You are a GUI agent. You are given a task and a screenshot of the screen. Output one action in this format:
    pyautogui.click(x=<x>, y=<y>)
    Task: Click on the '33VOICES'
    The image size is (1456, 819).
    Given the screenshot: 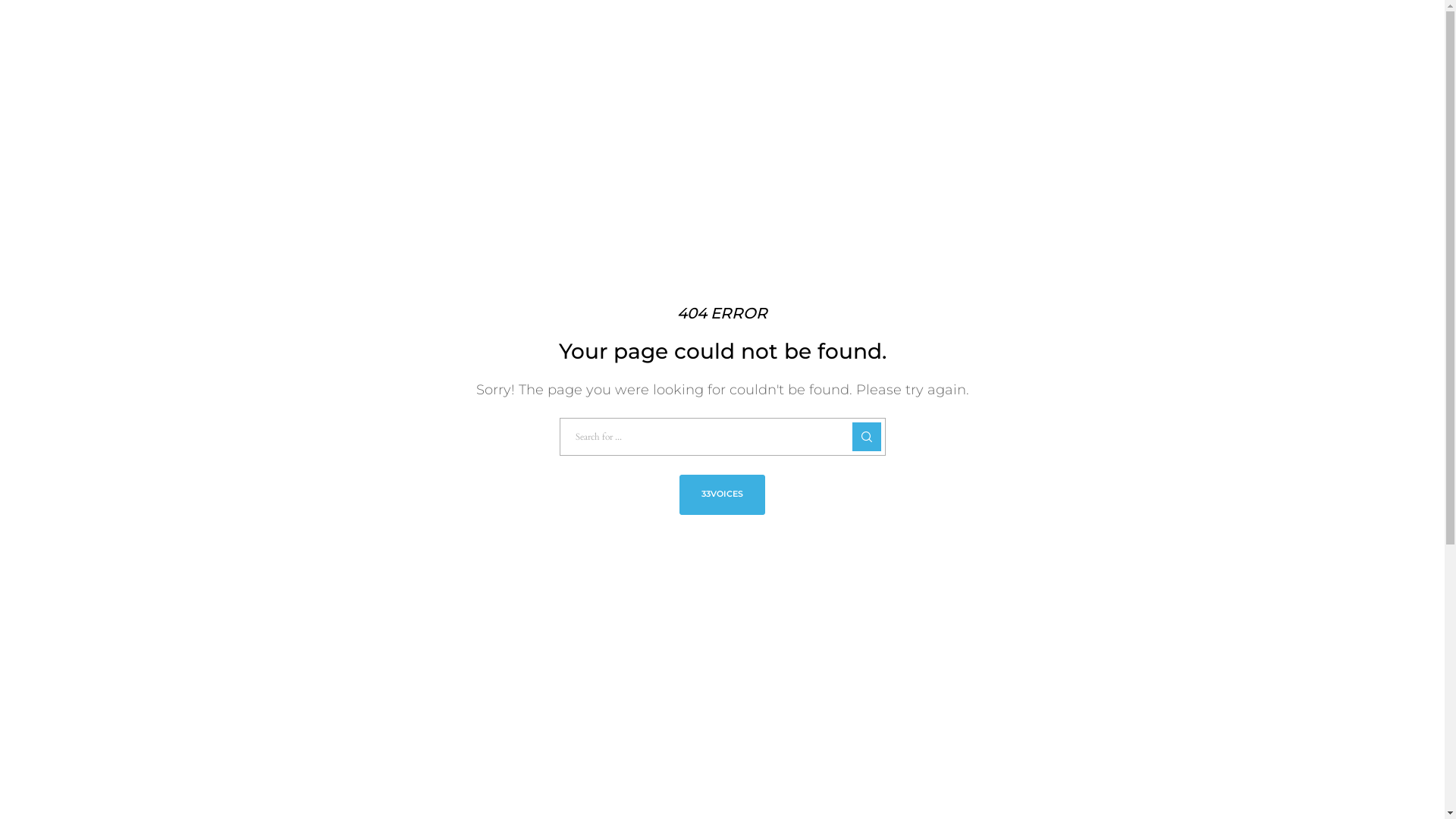 What is the action you would take?
    pyautogui.click(x=721, y=494)
    